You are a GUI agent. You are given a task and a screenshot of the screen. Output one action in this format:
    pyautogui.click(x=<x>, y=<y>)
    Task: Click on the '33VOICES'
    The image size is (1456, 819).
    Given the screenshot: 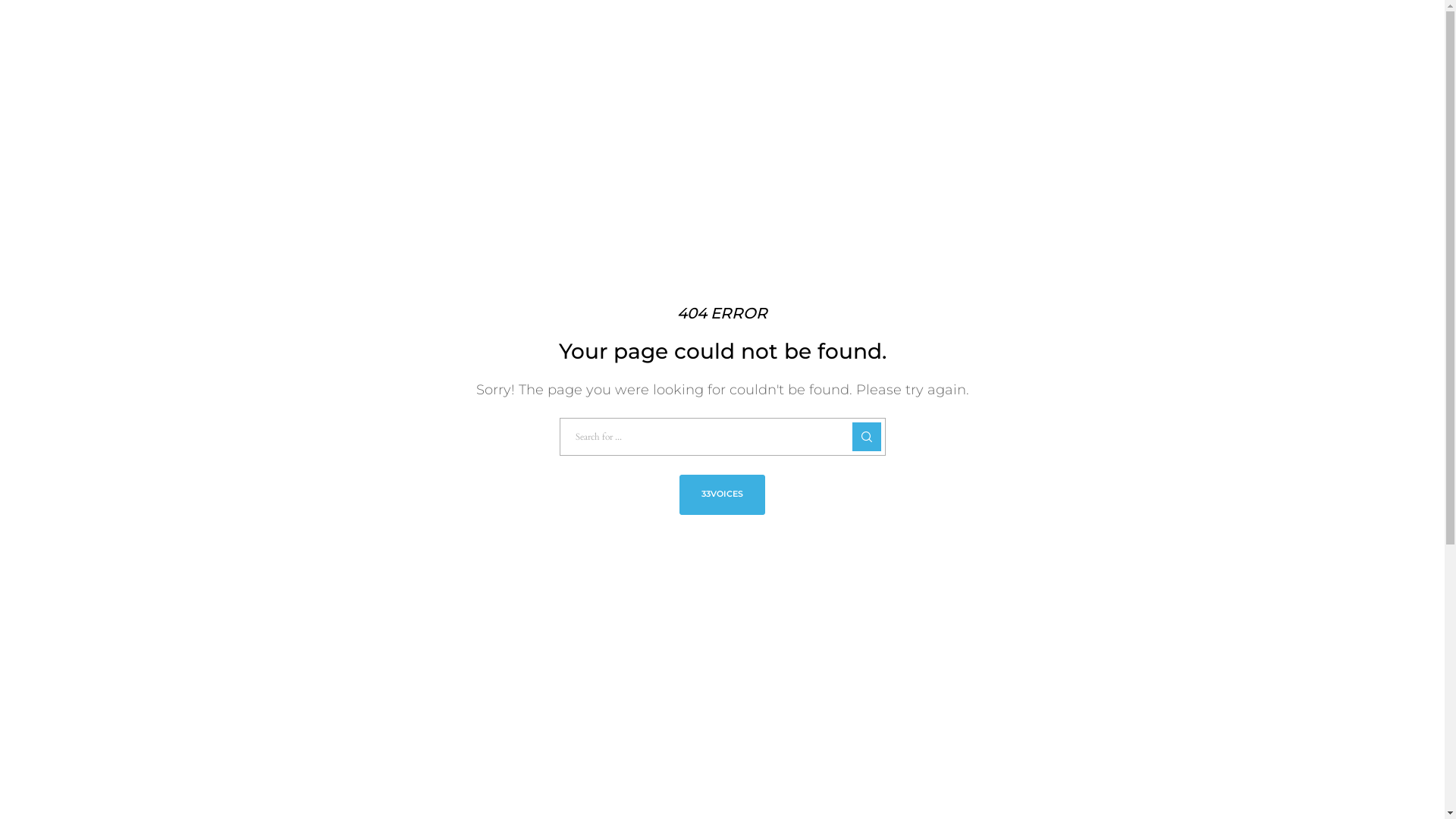 What is the action you would take?
    pyautogui.click(x=721, y=494)
    